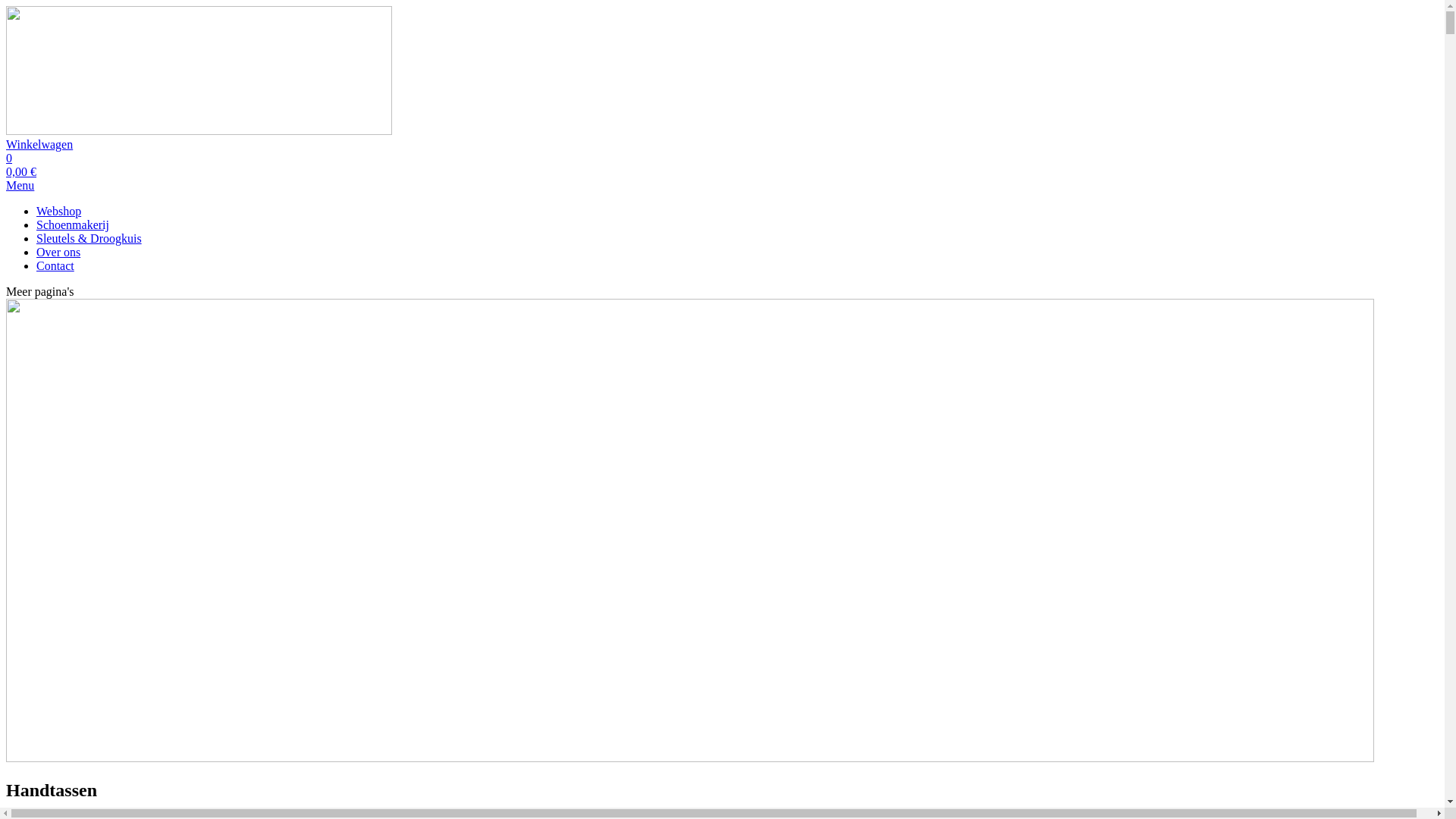 The image size is (1456, 819). Describe the element at coordinates (36, 251) in the screenshot. I see `'Over ons'` at that location.